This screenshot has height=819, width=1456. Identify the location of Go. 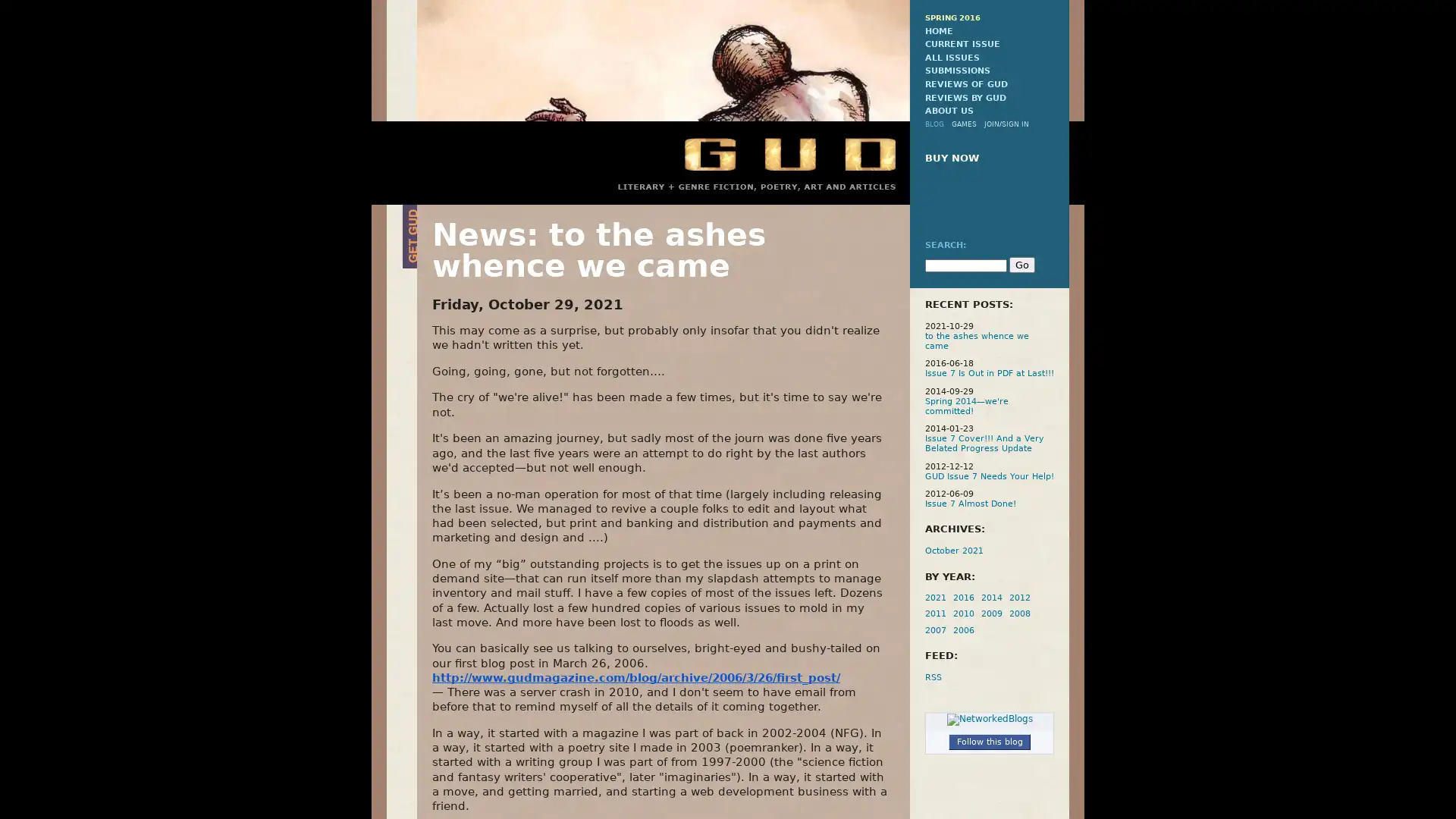
(1022, 264).